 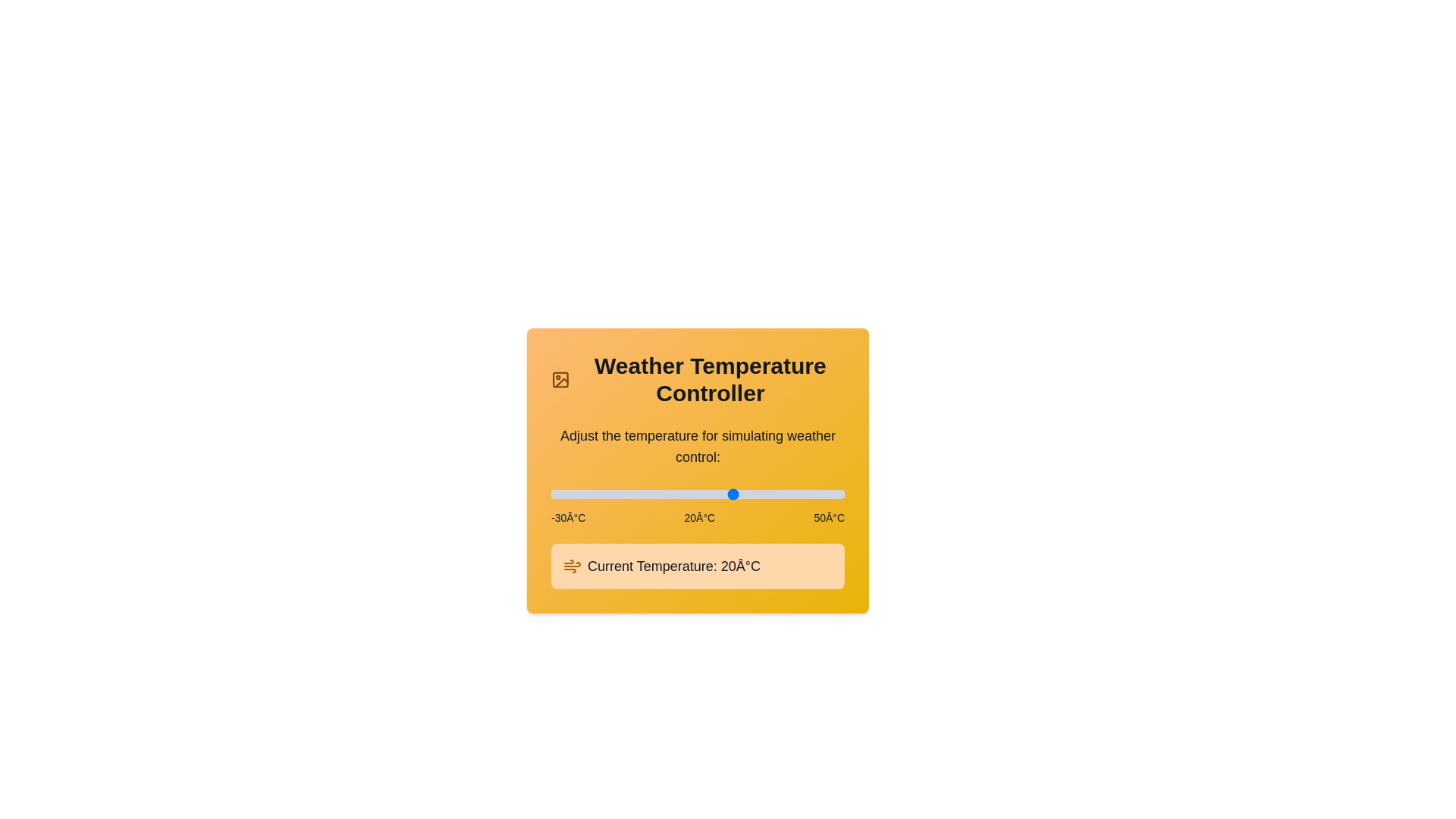 I want to click on the temperature slider to set the temperature to -21°C, so click(x=583, y=494).